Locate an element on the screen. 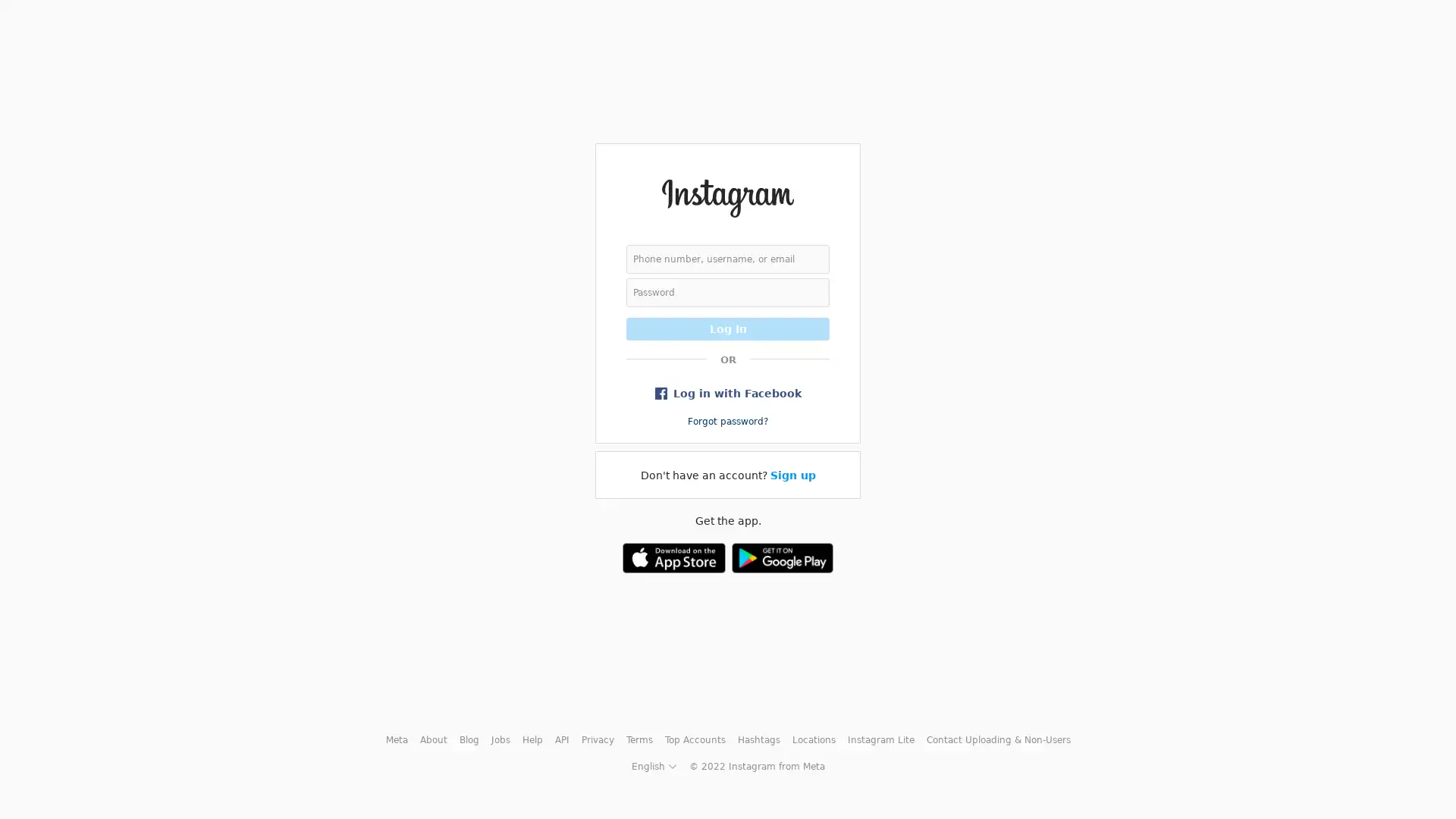 The height and width of the screenshot is (819, 1456). Instagram is located at coordinates (726, 196).